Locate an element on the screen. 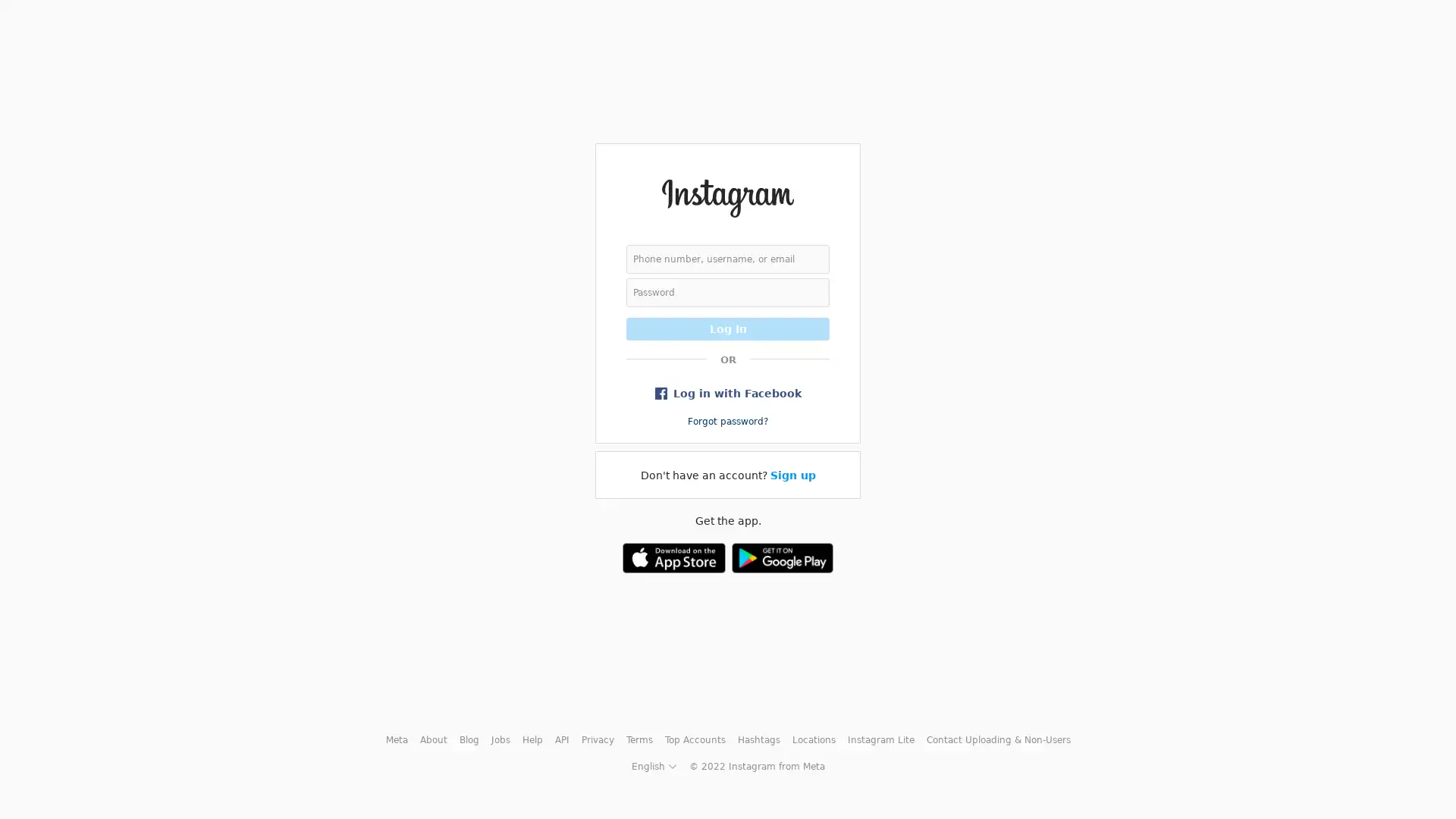 The height and width of the screenshot is (819, 1456). Instagram is located at coordinates (726, 196).